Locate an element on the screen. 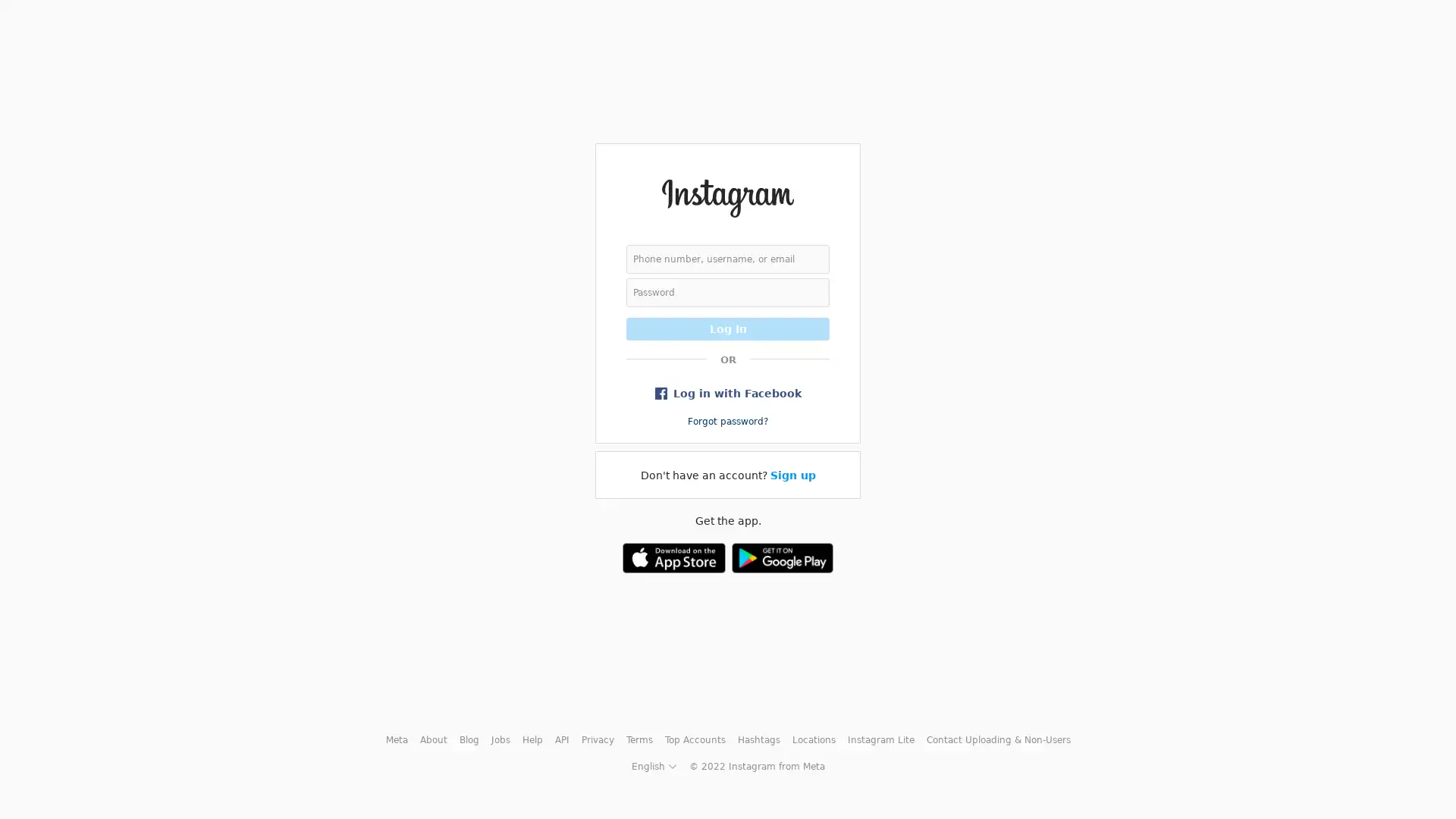 The height and width of the screenshot is (819, 1456). Instagram is located at coordinates (726, 196).